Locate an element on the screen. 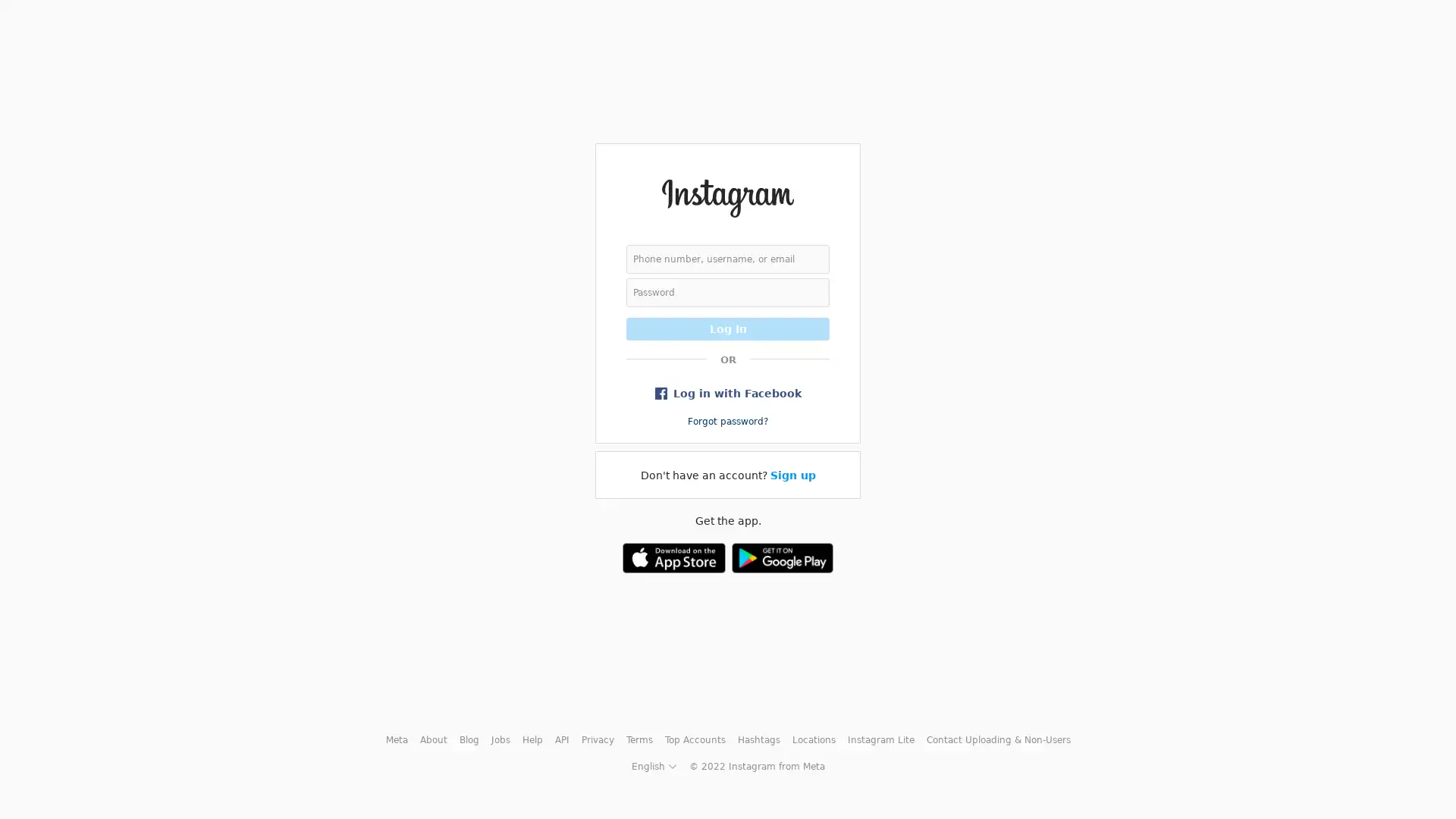 The height and width of the screenshot is (819, 1456). Instagram is located at coordinates (726, 196).